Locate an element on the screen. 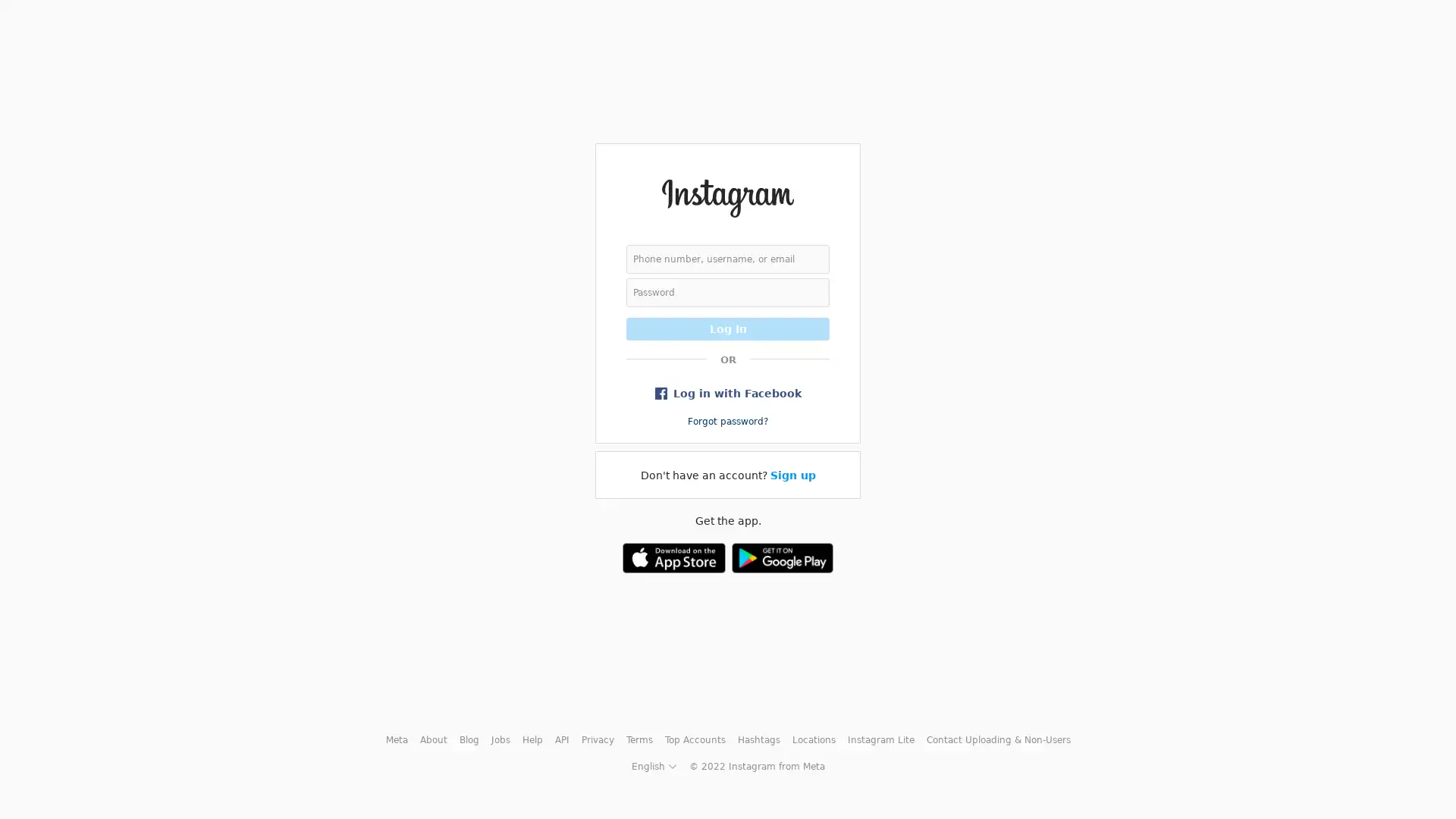 The height and width of the screenshot is (819, 1456). Instagram is located at coordinates (726, 196).